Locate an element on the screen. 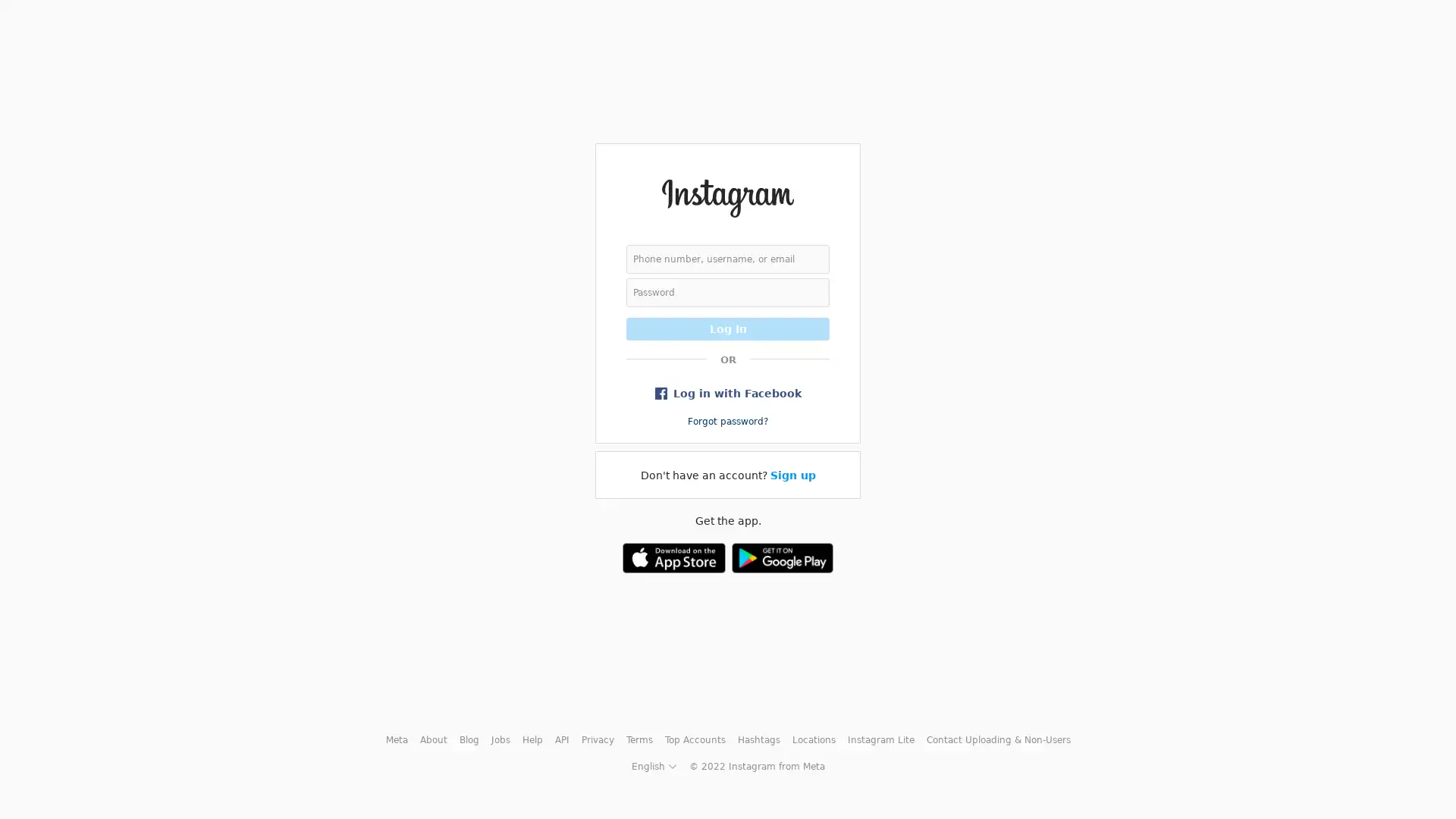 The height and width of the screenshot is (819, 1456). Instagram is located at coordinates (726, 196).